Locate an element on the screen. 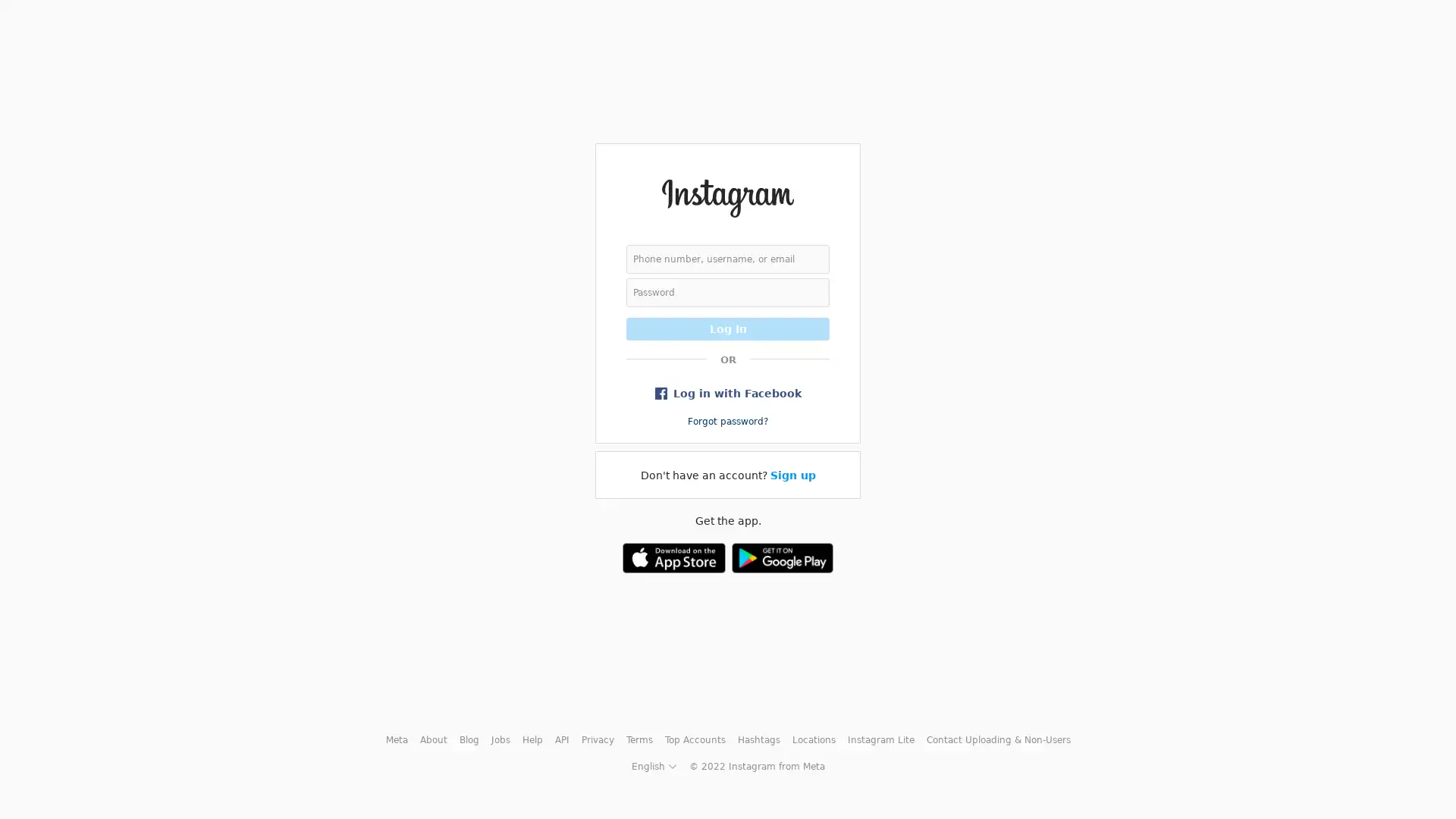 The height and width of the screenshot is (819, 1456). Instagram is located at coordinates (726, 196).